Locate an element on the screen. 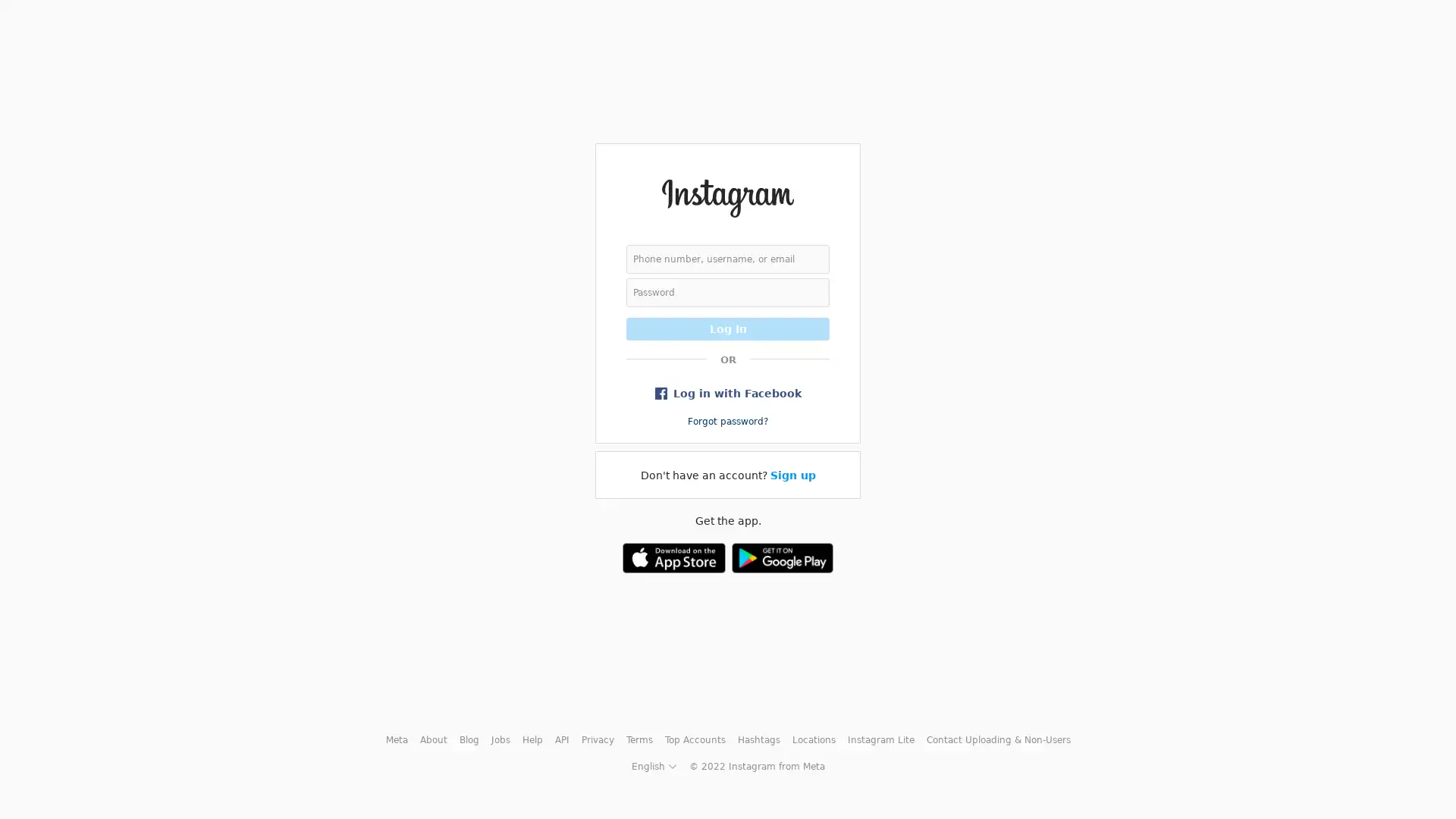 The height and width of the screenshot is (819, 1456). Instagram is located at coordinates (726, 196).